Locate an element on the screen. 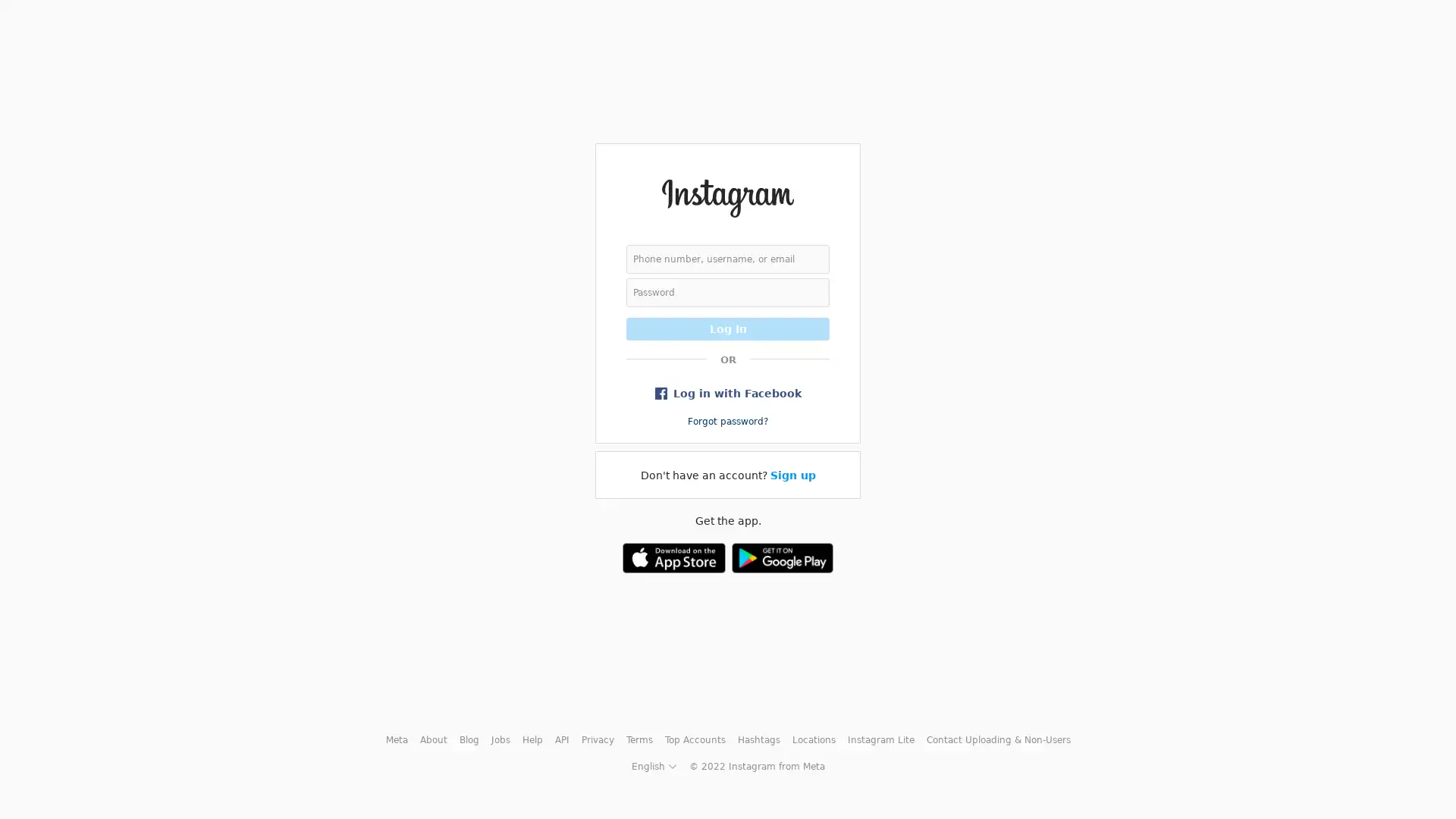 The height and width of the screenshot is (819, 1456). Instagram is located at coordinates (726, 196).